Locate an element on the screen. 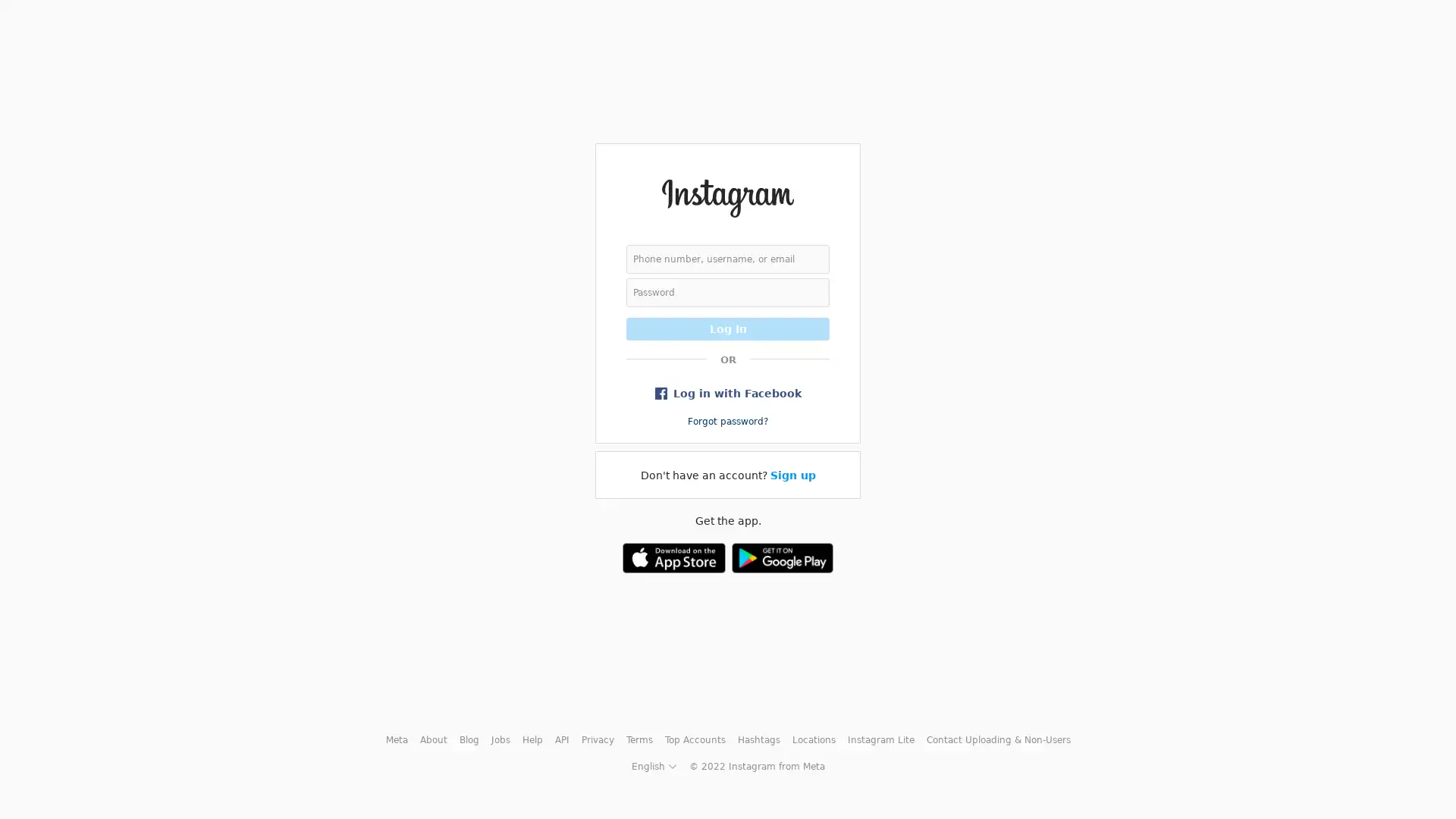 The height and width of the screenshot is (819, 1456). Instagram is located at coordinates (726, 196).